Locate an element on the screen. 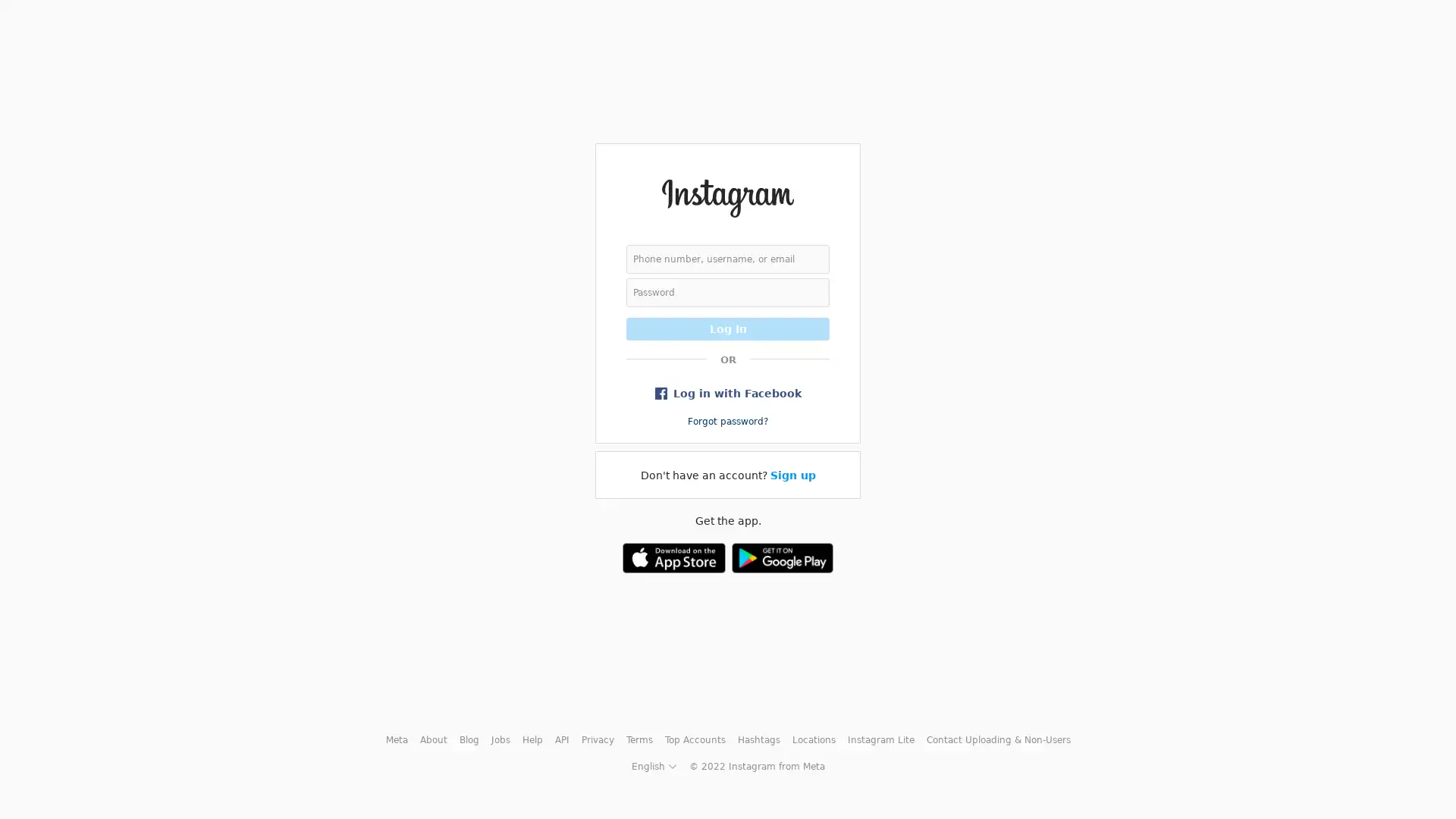 The height and width of the screenshot is (819, 1456). Instagram is located at coordinates (726, 196).